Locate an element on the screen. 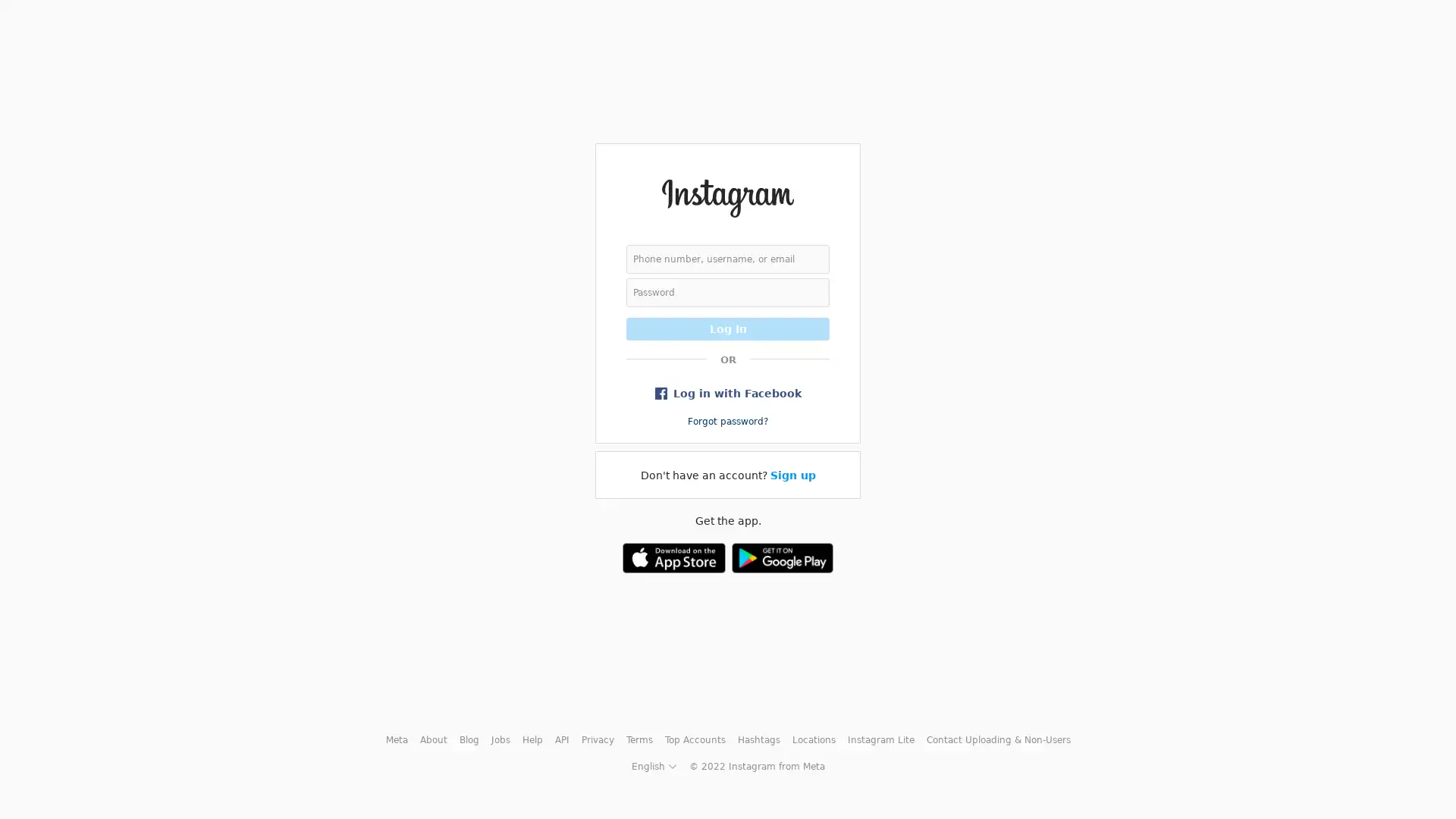 The height and width of the screenshot is (819, 1456). Instagram is located at coordinates (726, 196).